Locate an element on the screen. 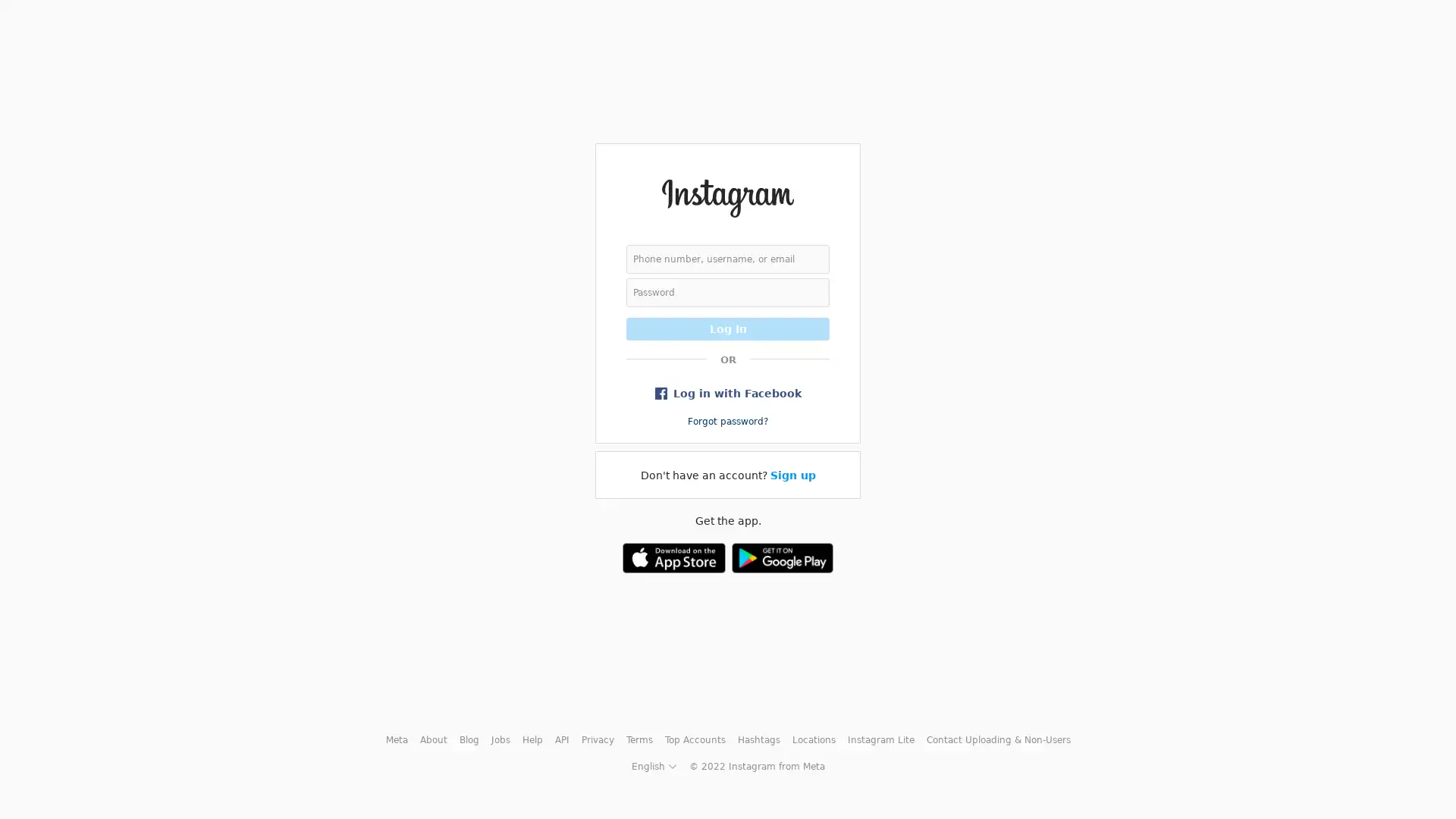 The height and width of the screenshot is (819, 1456). Instagram is located at coordinates (726, 196).